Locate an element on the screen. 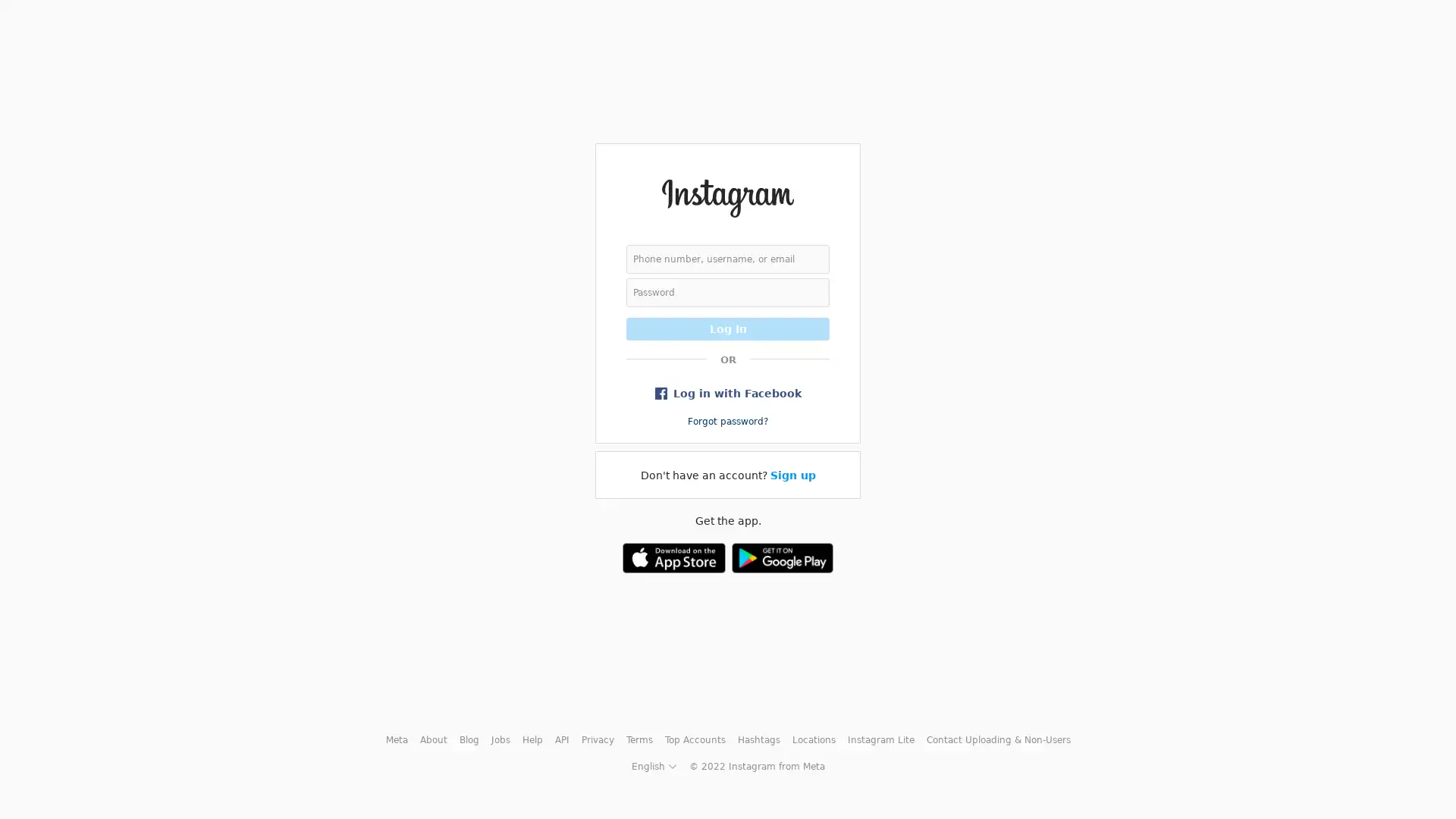 The height and width of the screenshot is (819, 1456). Instagram is located at coordinates (726, 196).